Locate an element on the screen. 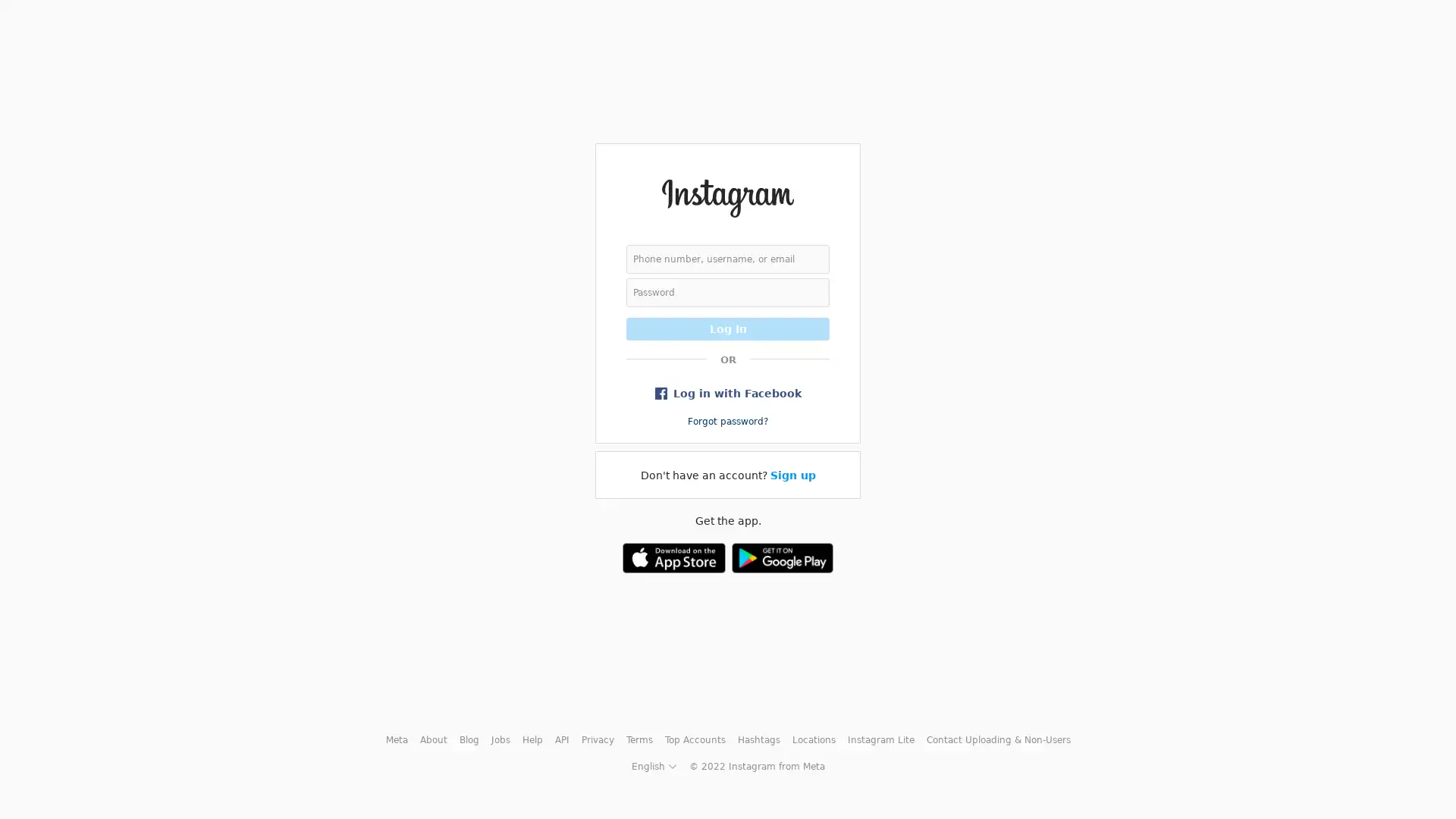 The height and width of the screenshot is (819, 1456). Instagram is located at coordinates (726, 196).